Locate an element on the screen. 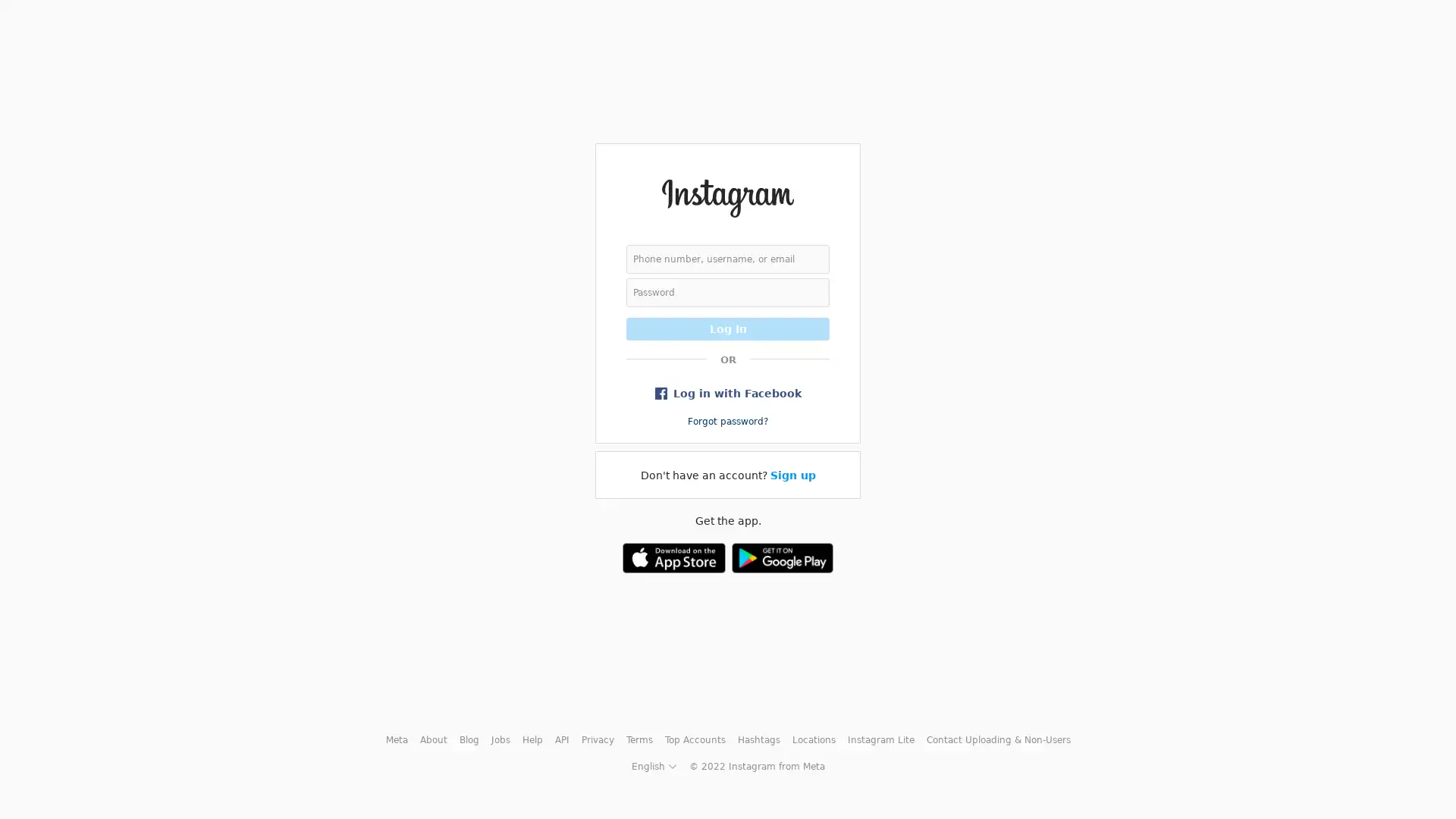 The height and width of the screenshot is (819, 1456). Instagram is located at coordinates (726, 196).